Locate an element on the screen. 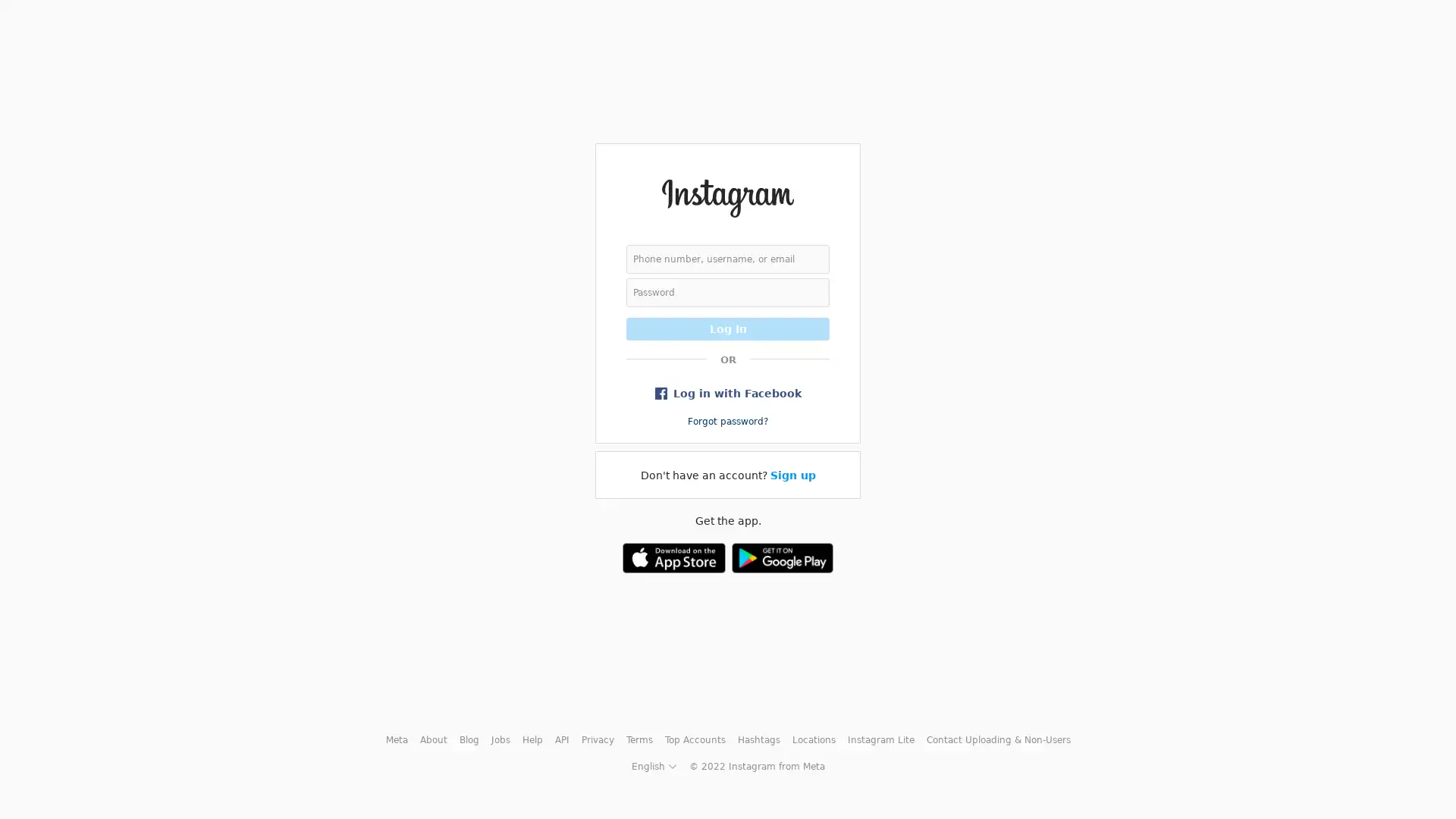 The height and width of the screenshot is (819, 1456). Instagram is located at coordinates (726, 196).